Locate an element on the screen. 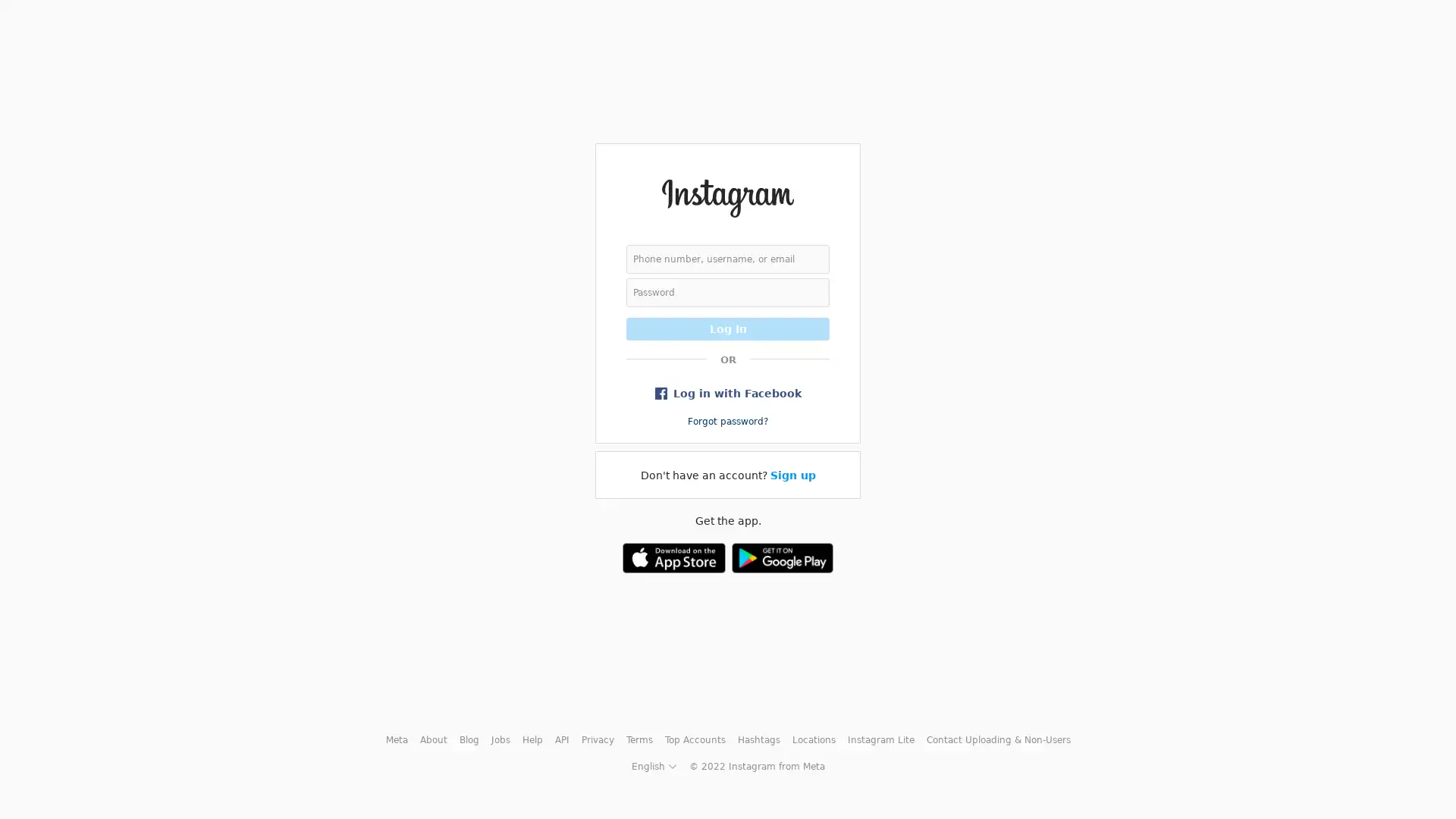 The height and width of the screenshot is (819, 1456). Instagram is located at coordinates (726, 196).